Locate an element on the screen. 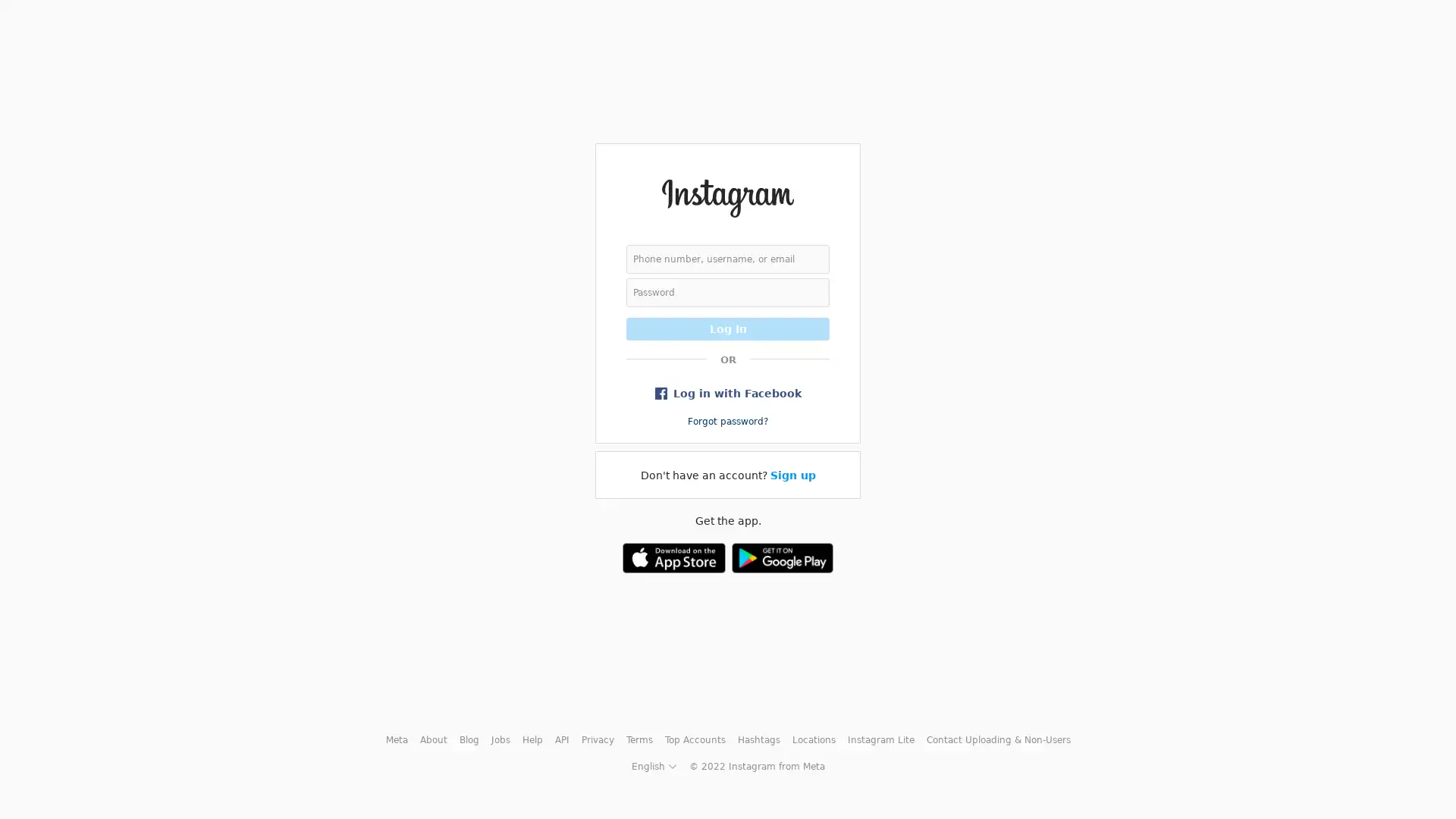 The height and width of the screenshot is (819, 1456). Instagram is located at coordinates (726, 196).